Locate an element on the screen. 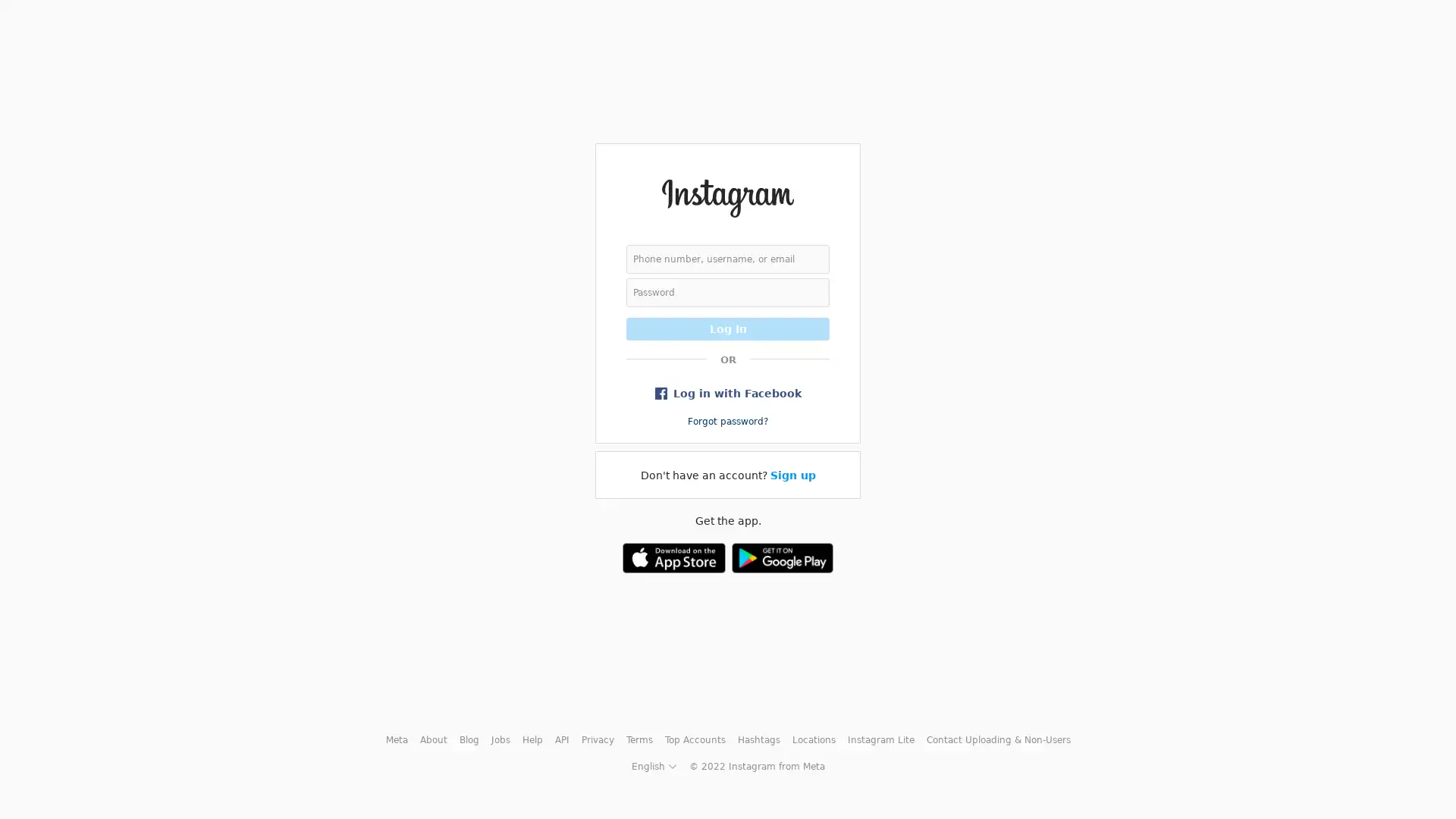 The height and width of the screenshot is (819, 1456). Instagram is located at coordinates (726, 196).